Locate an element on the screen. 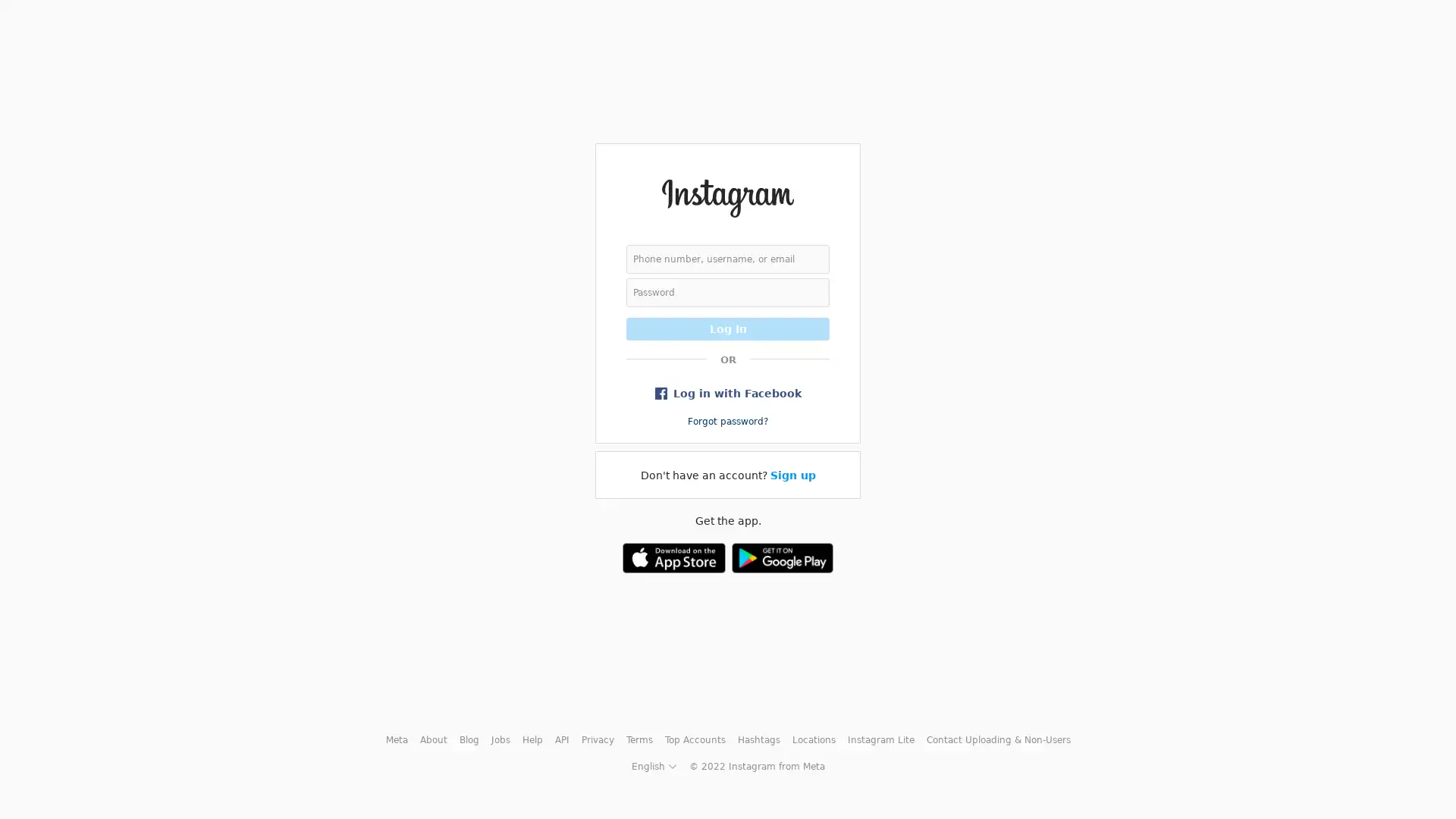 The height and width of the screenshot is (819, 1456). Instagram is located at coordinates (726, 196).